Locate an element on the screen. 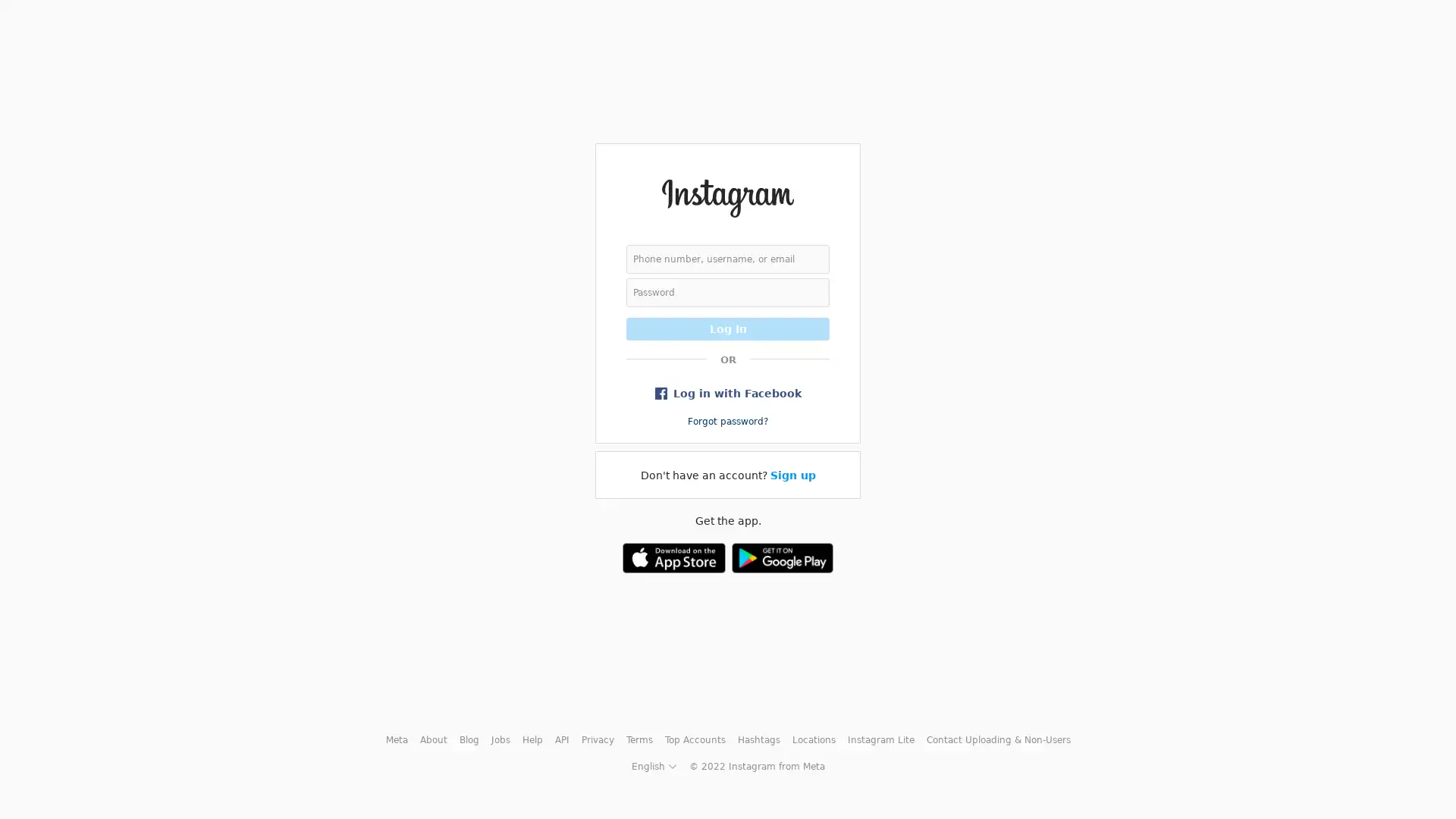 The height and width of the screenshot is (819, 1456). Instagram is located at coordinates (726, 196).